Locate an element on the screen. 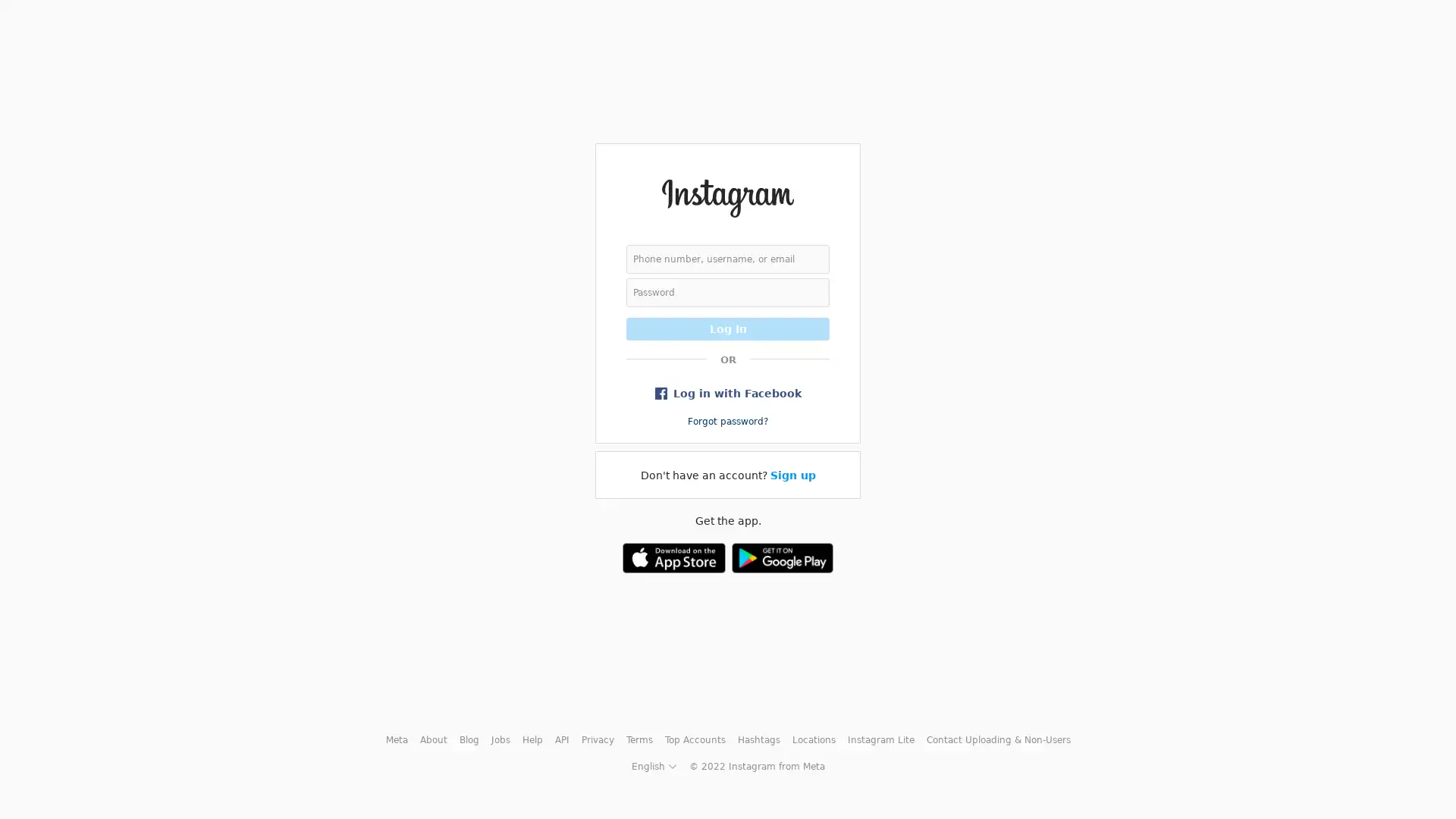 The height and width of the screenshot is (819, 1456). Instagram is located at coordinates (726, 196).